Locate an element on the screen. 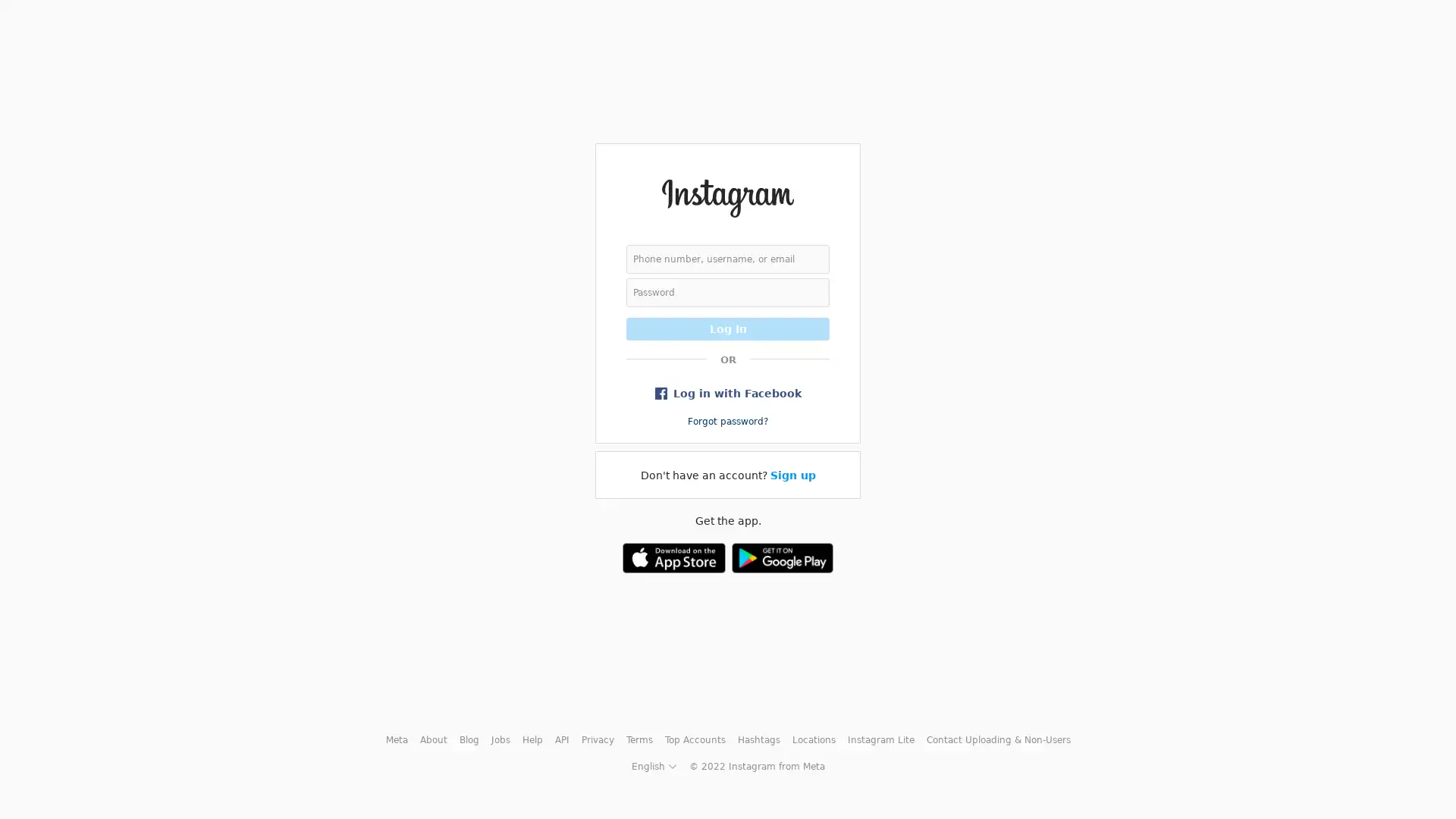 The height and width of the screenshot is (819, 1456). Instagram is located at coordinates (726, 196).